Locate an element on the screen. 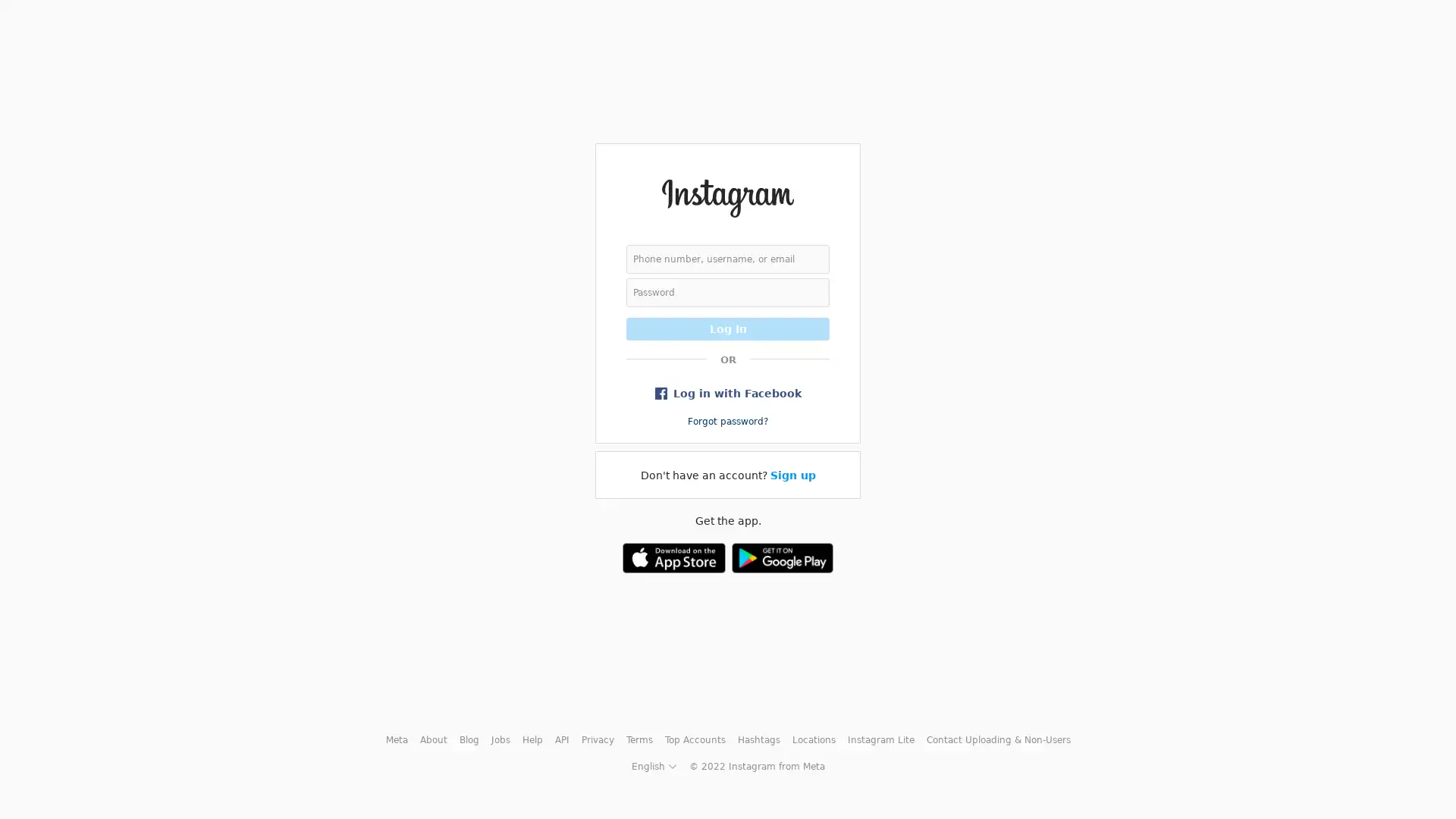 The height and width of the screenshot is (819, 1456). Instagram is located at coordinates (726, 196).